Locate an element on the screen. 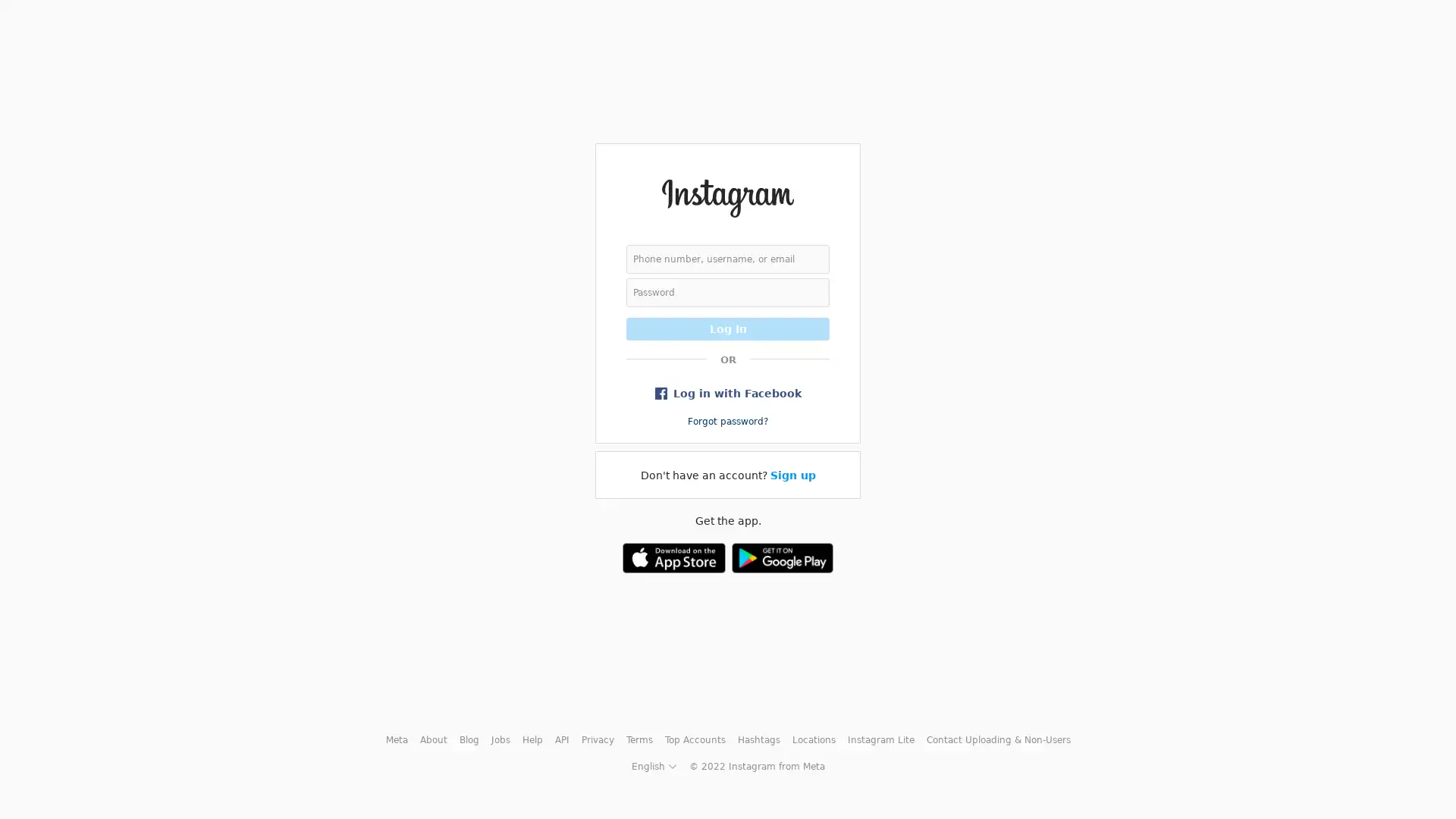 The height and width of the screenshot is (819, 1456). Instagram is located at coordinates (726, 196).